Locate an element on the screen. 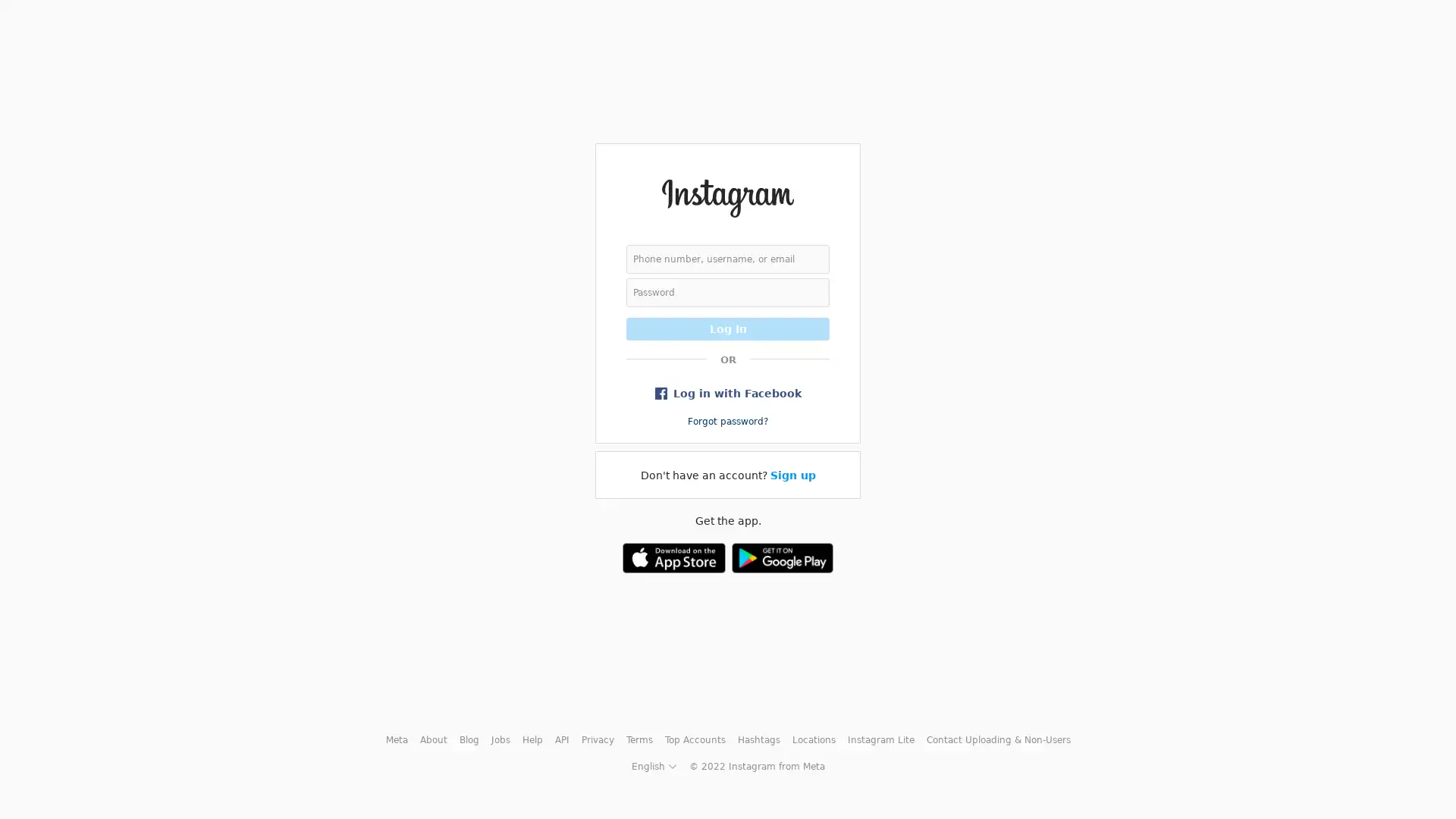 The height and width of the screenshot is (819, 1456). Instagram is located at coordinates (726, 196).